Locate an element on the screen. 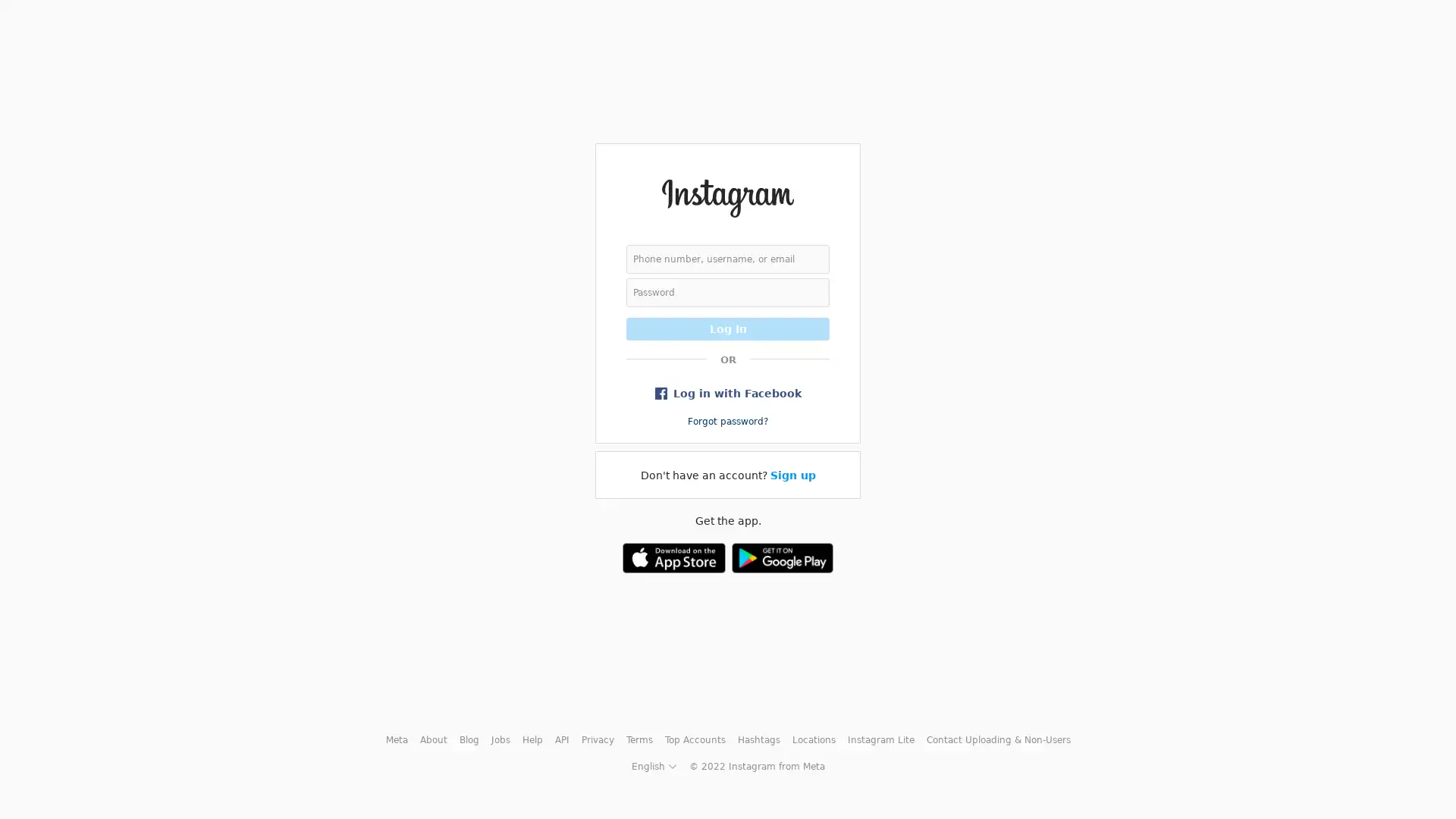 The height and width of the screenshot is (819, 1456). Instagram is located at coordinates (726, 196).